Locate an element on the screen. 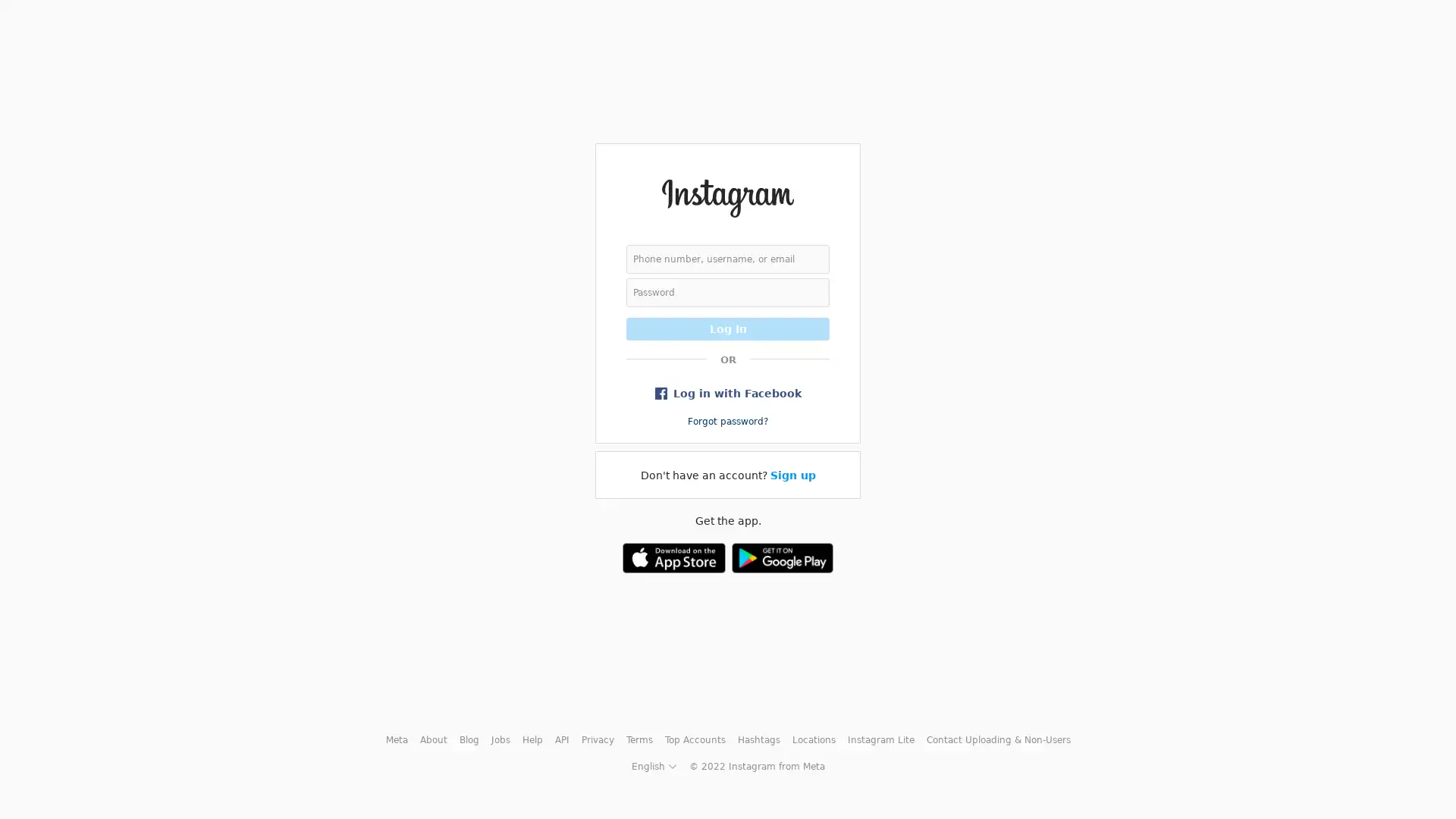 The height and width of the screenshot is (819, 1456). Instagram is located at coordinates (726, 196).